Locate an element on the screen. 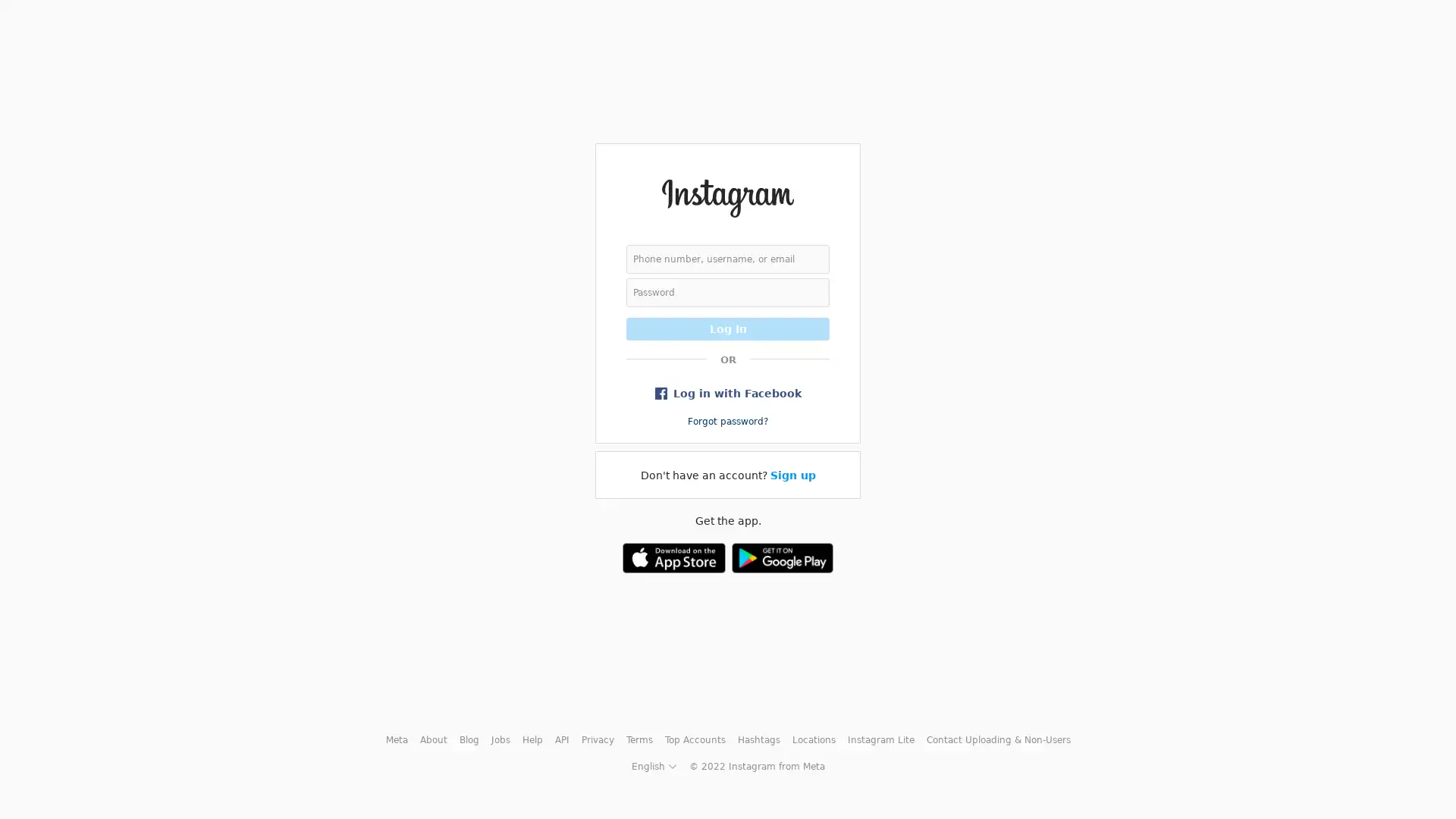 The height and width of the screenshot is (819, 1456). Instagram is located at coordinates (726, 196).